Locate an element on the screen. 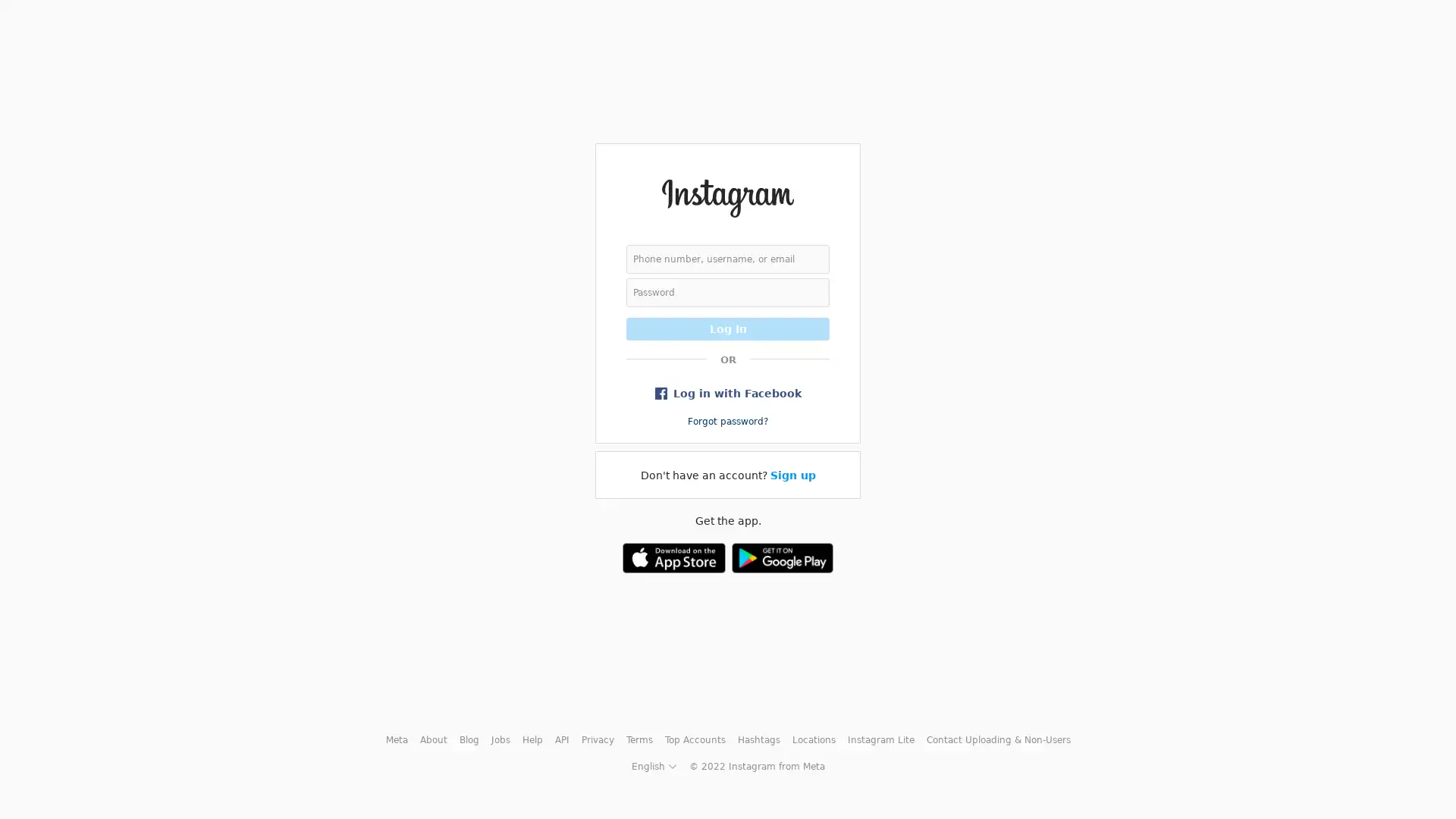 The height and width of the screenshot is (819, 1456). Instagram is located at coordinates (726, 196).